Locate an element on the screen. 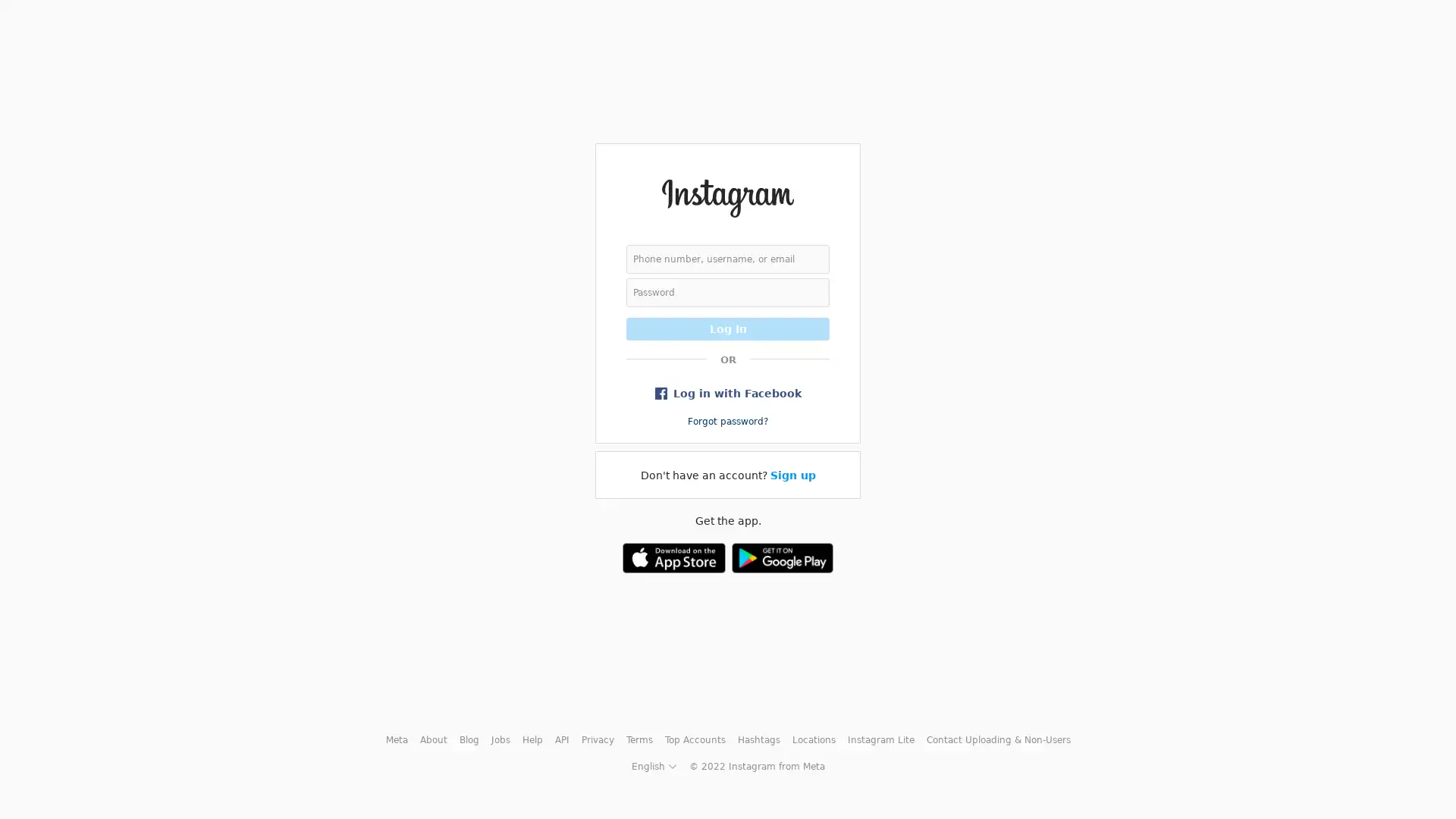 The height and width of the screenshot is (819, 1456). Instagram is located at coordinates (726, 196).